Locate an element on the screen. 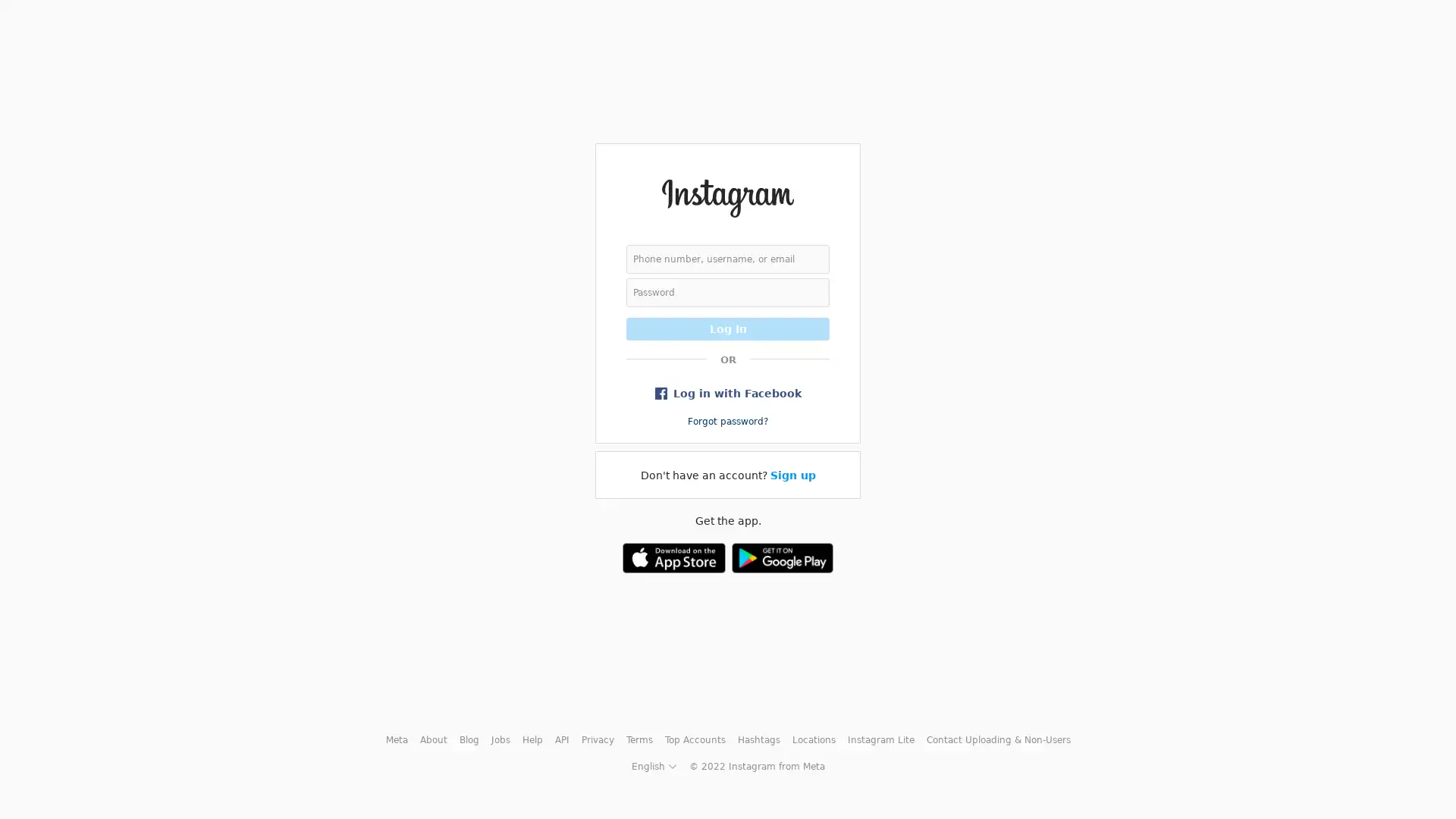 The height and width of the screenshot is (819, 1456). Instagram is located at coordinates (726, 196).